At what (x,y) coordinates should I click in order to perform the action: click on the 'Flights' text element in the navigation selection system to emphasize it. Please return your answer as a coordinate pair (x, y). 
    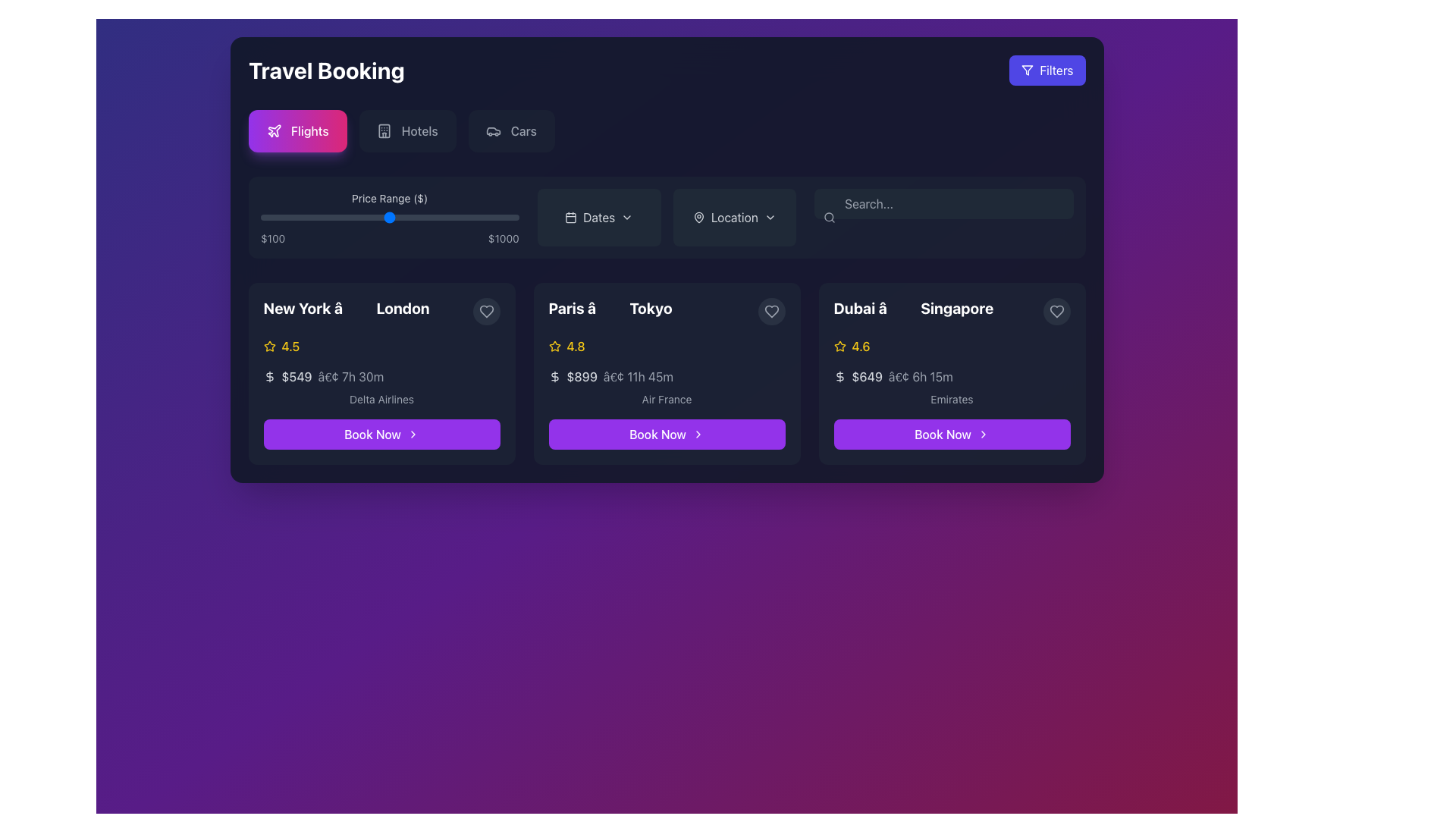
    Looking at the image, I should click on (309, 130).